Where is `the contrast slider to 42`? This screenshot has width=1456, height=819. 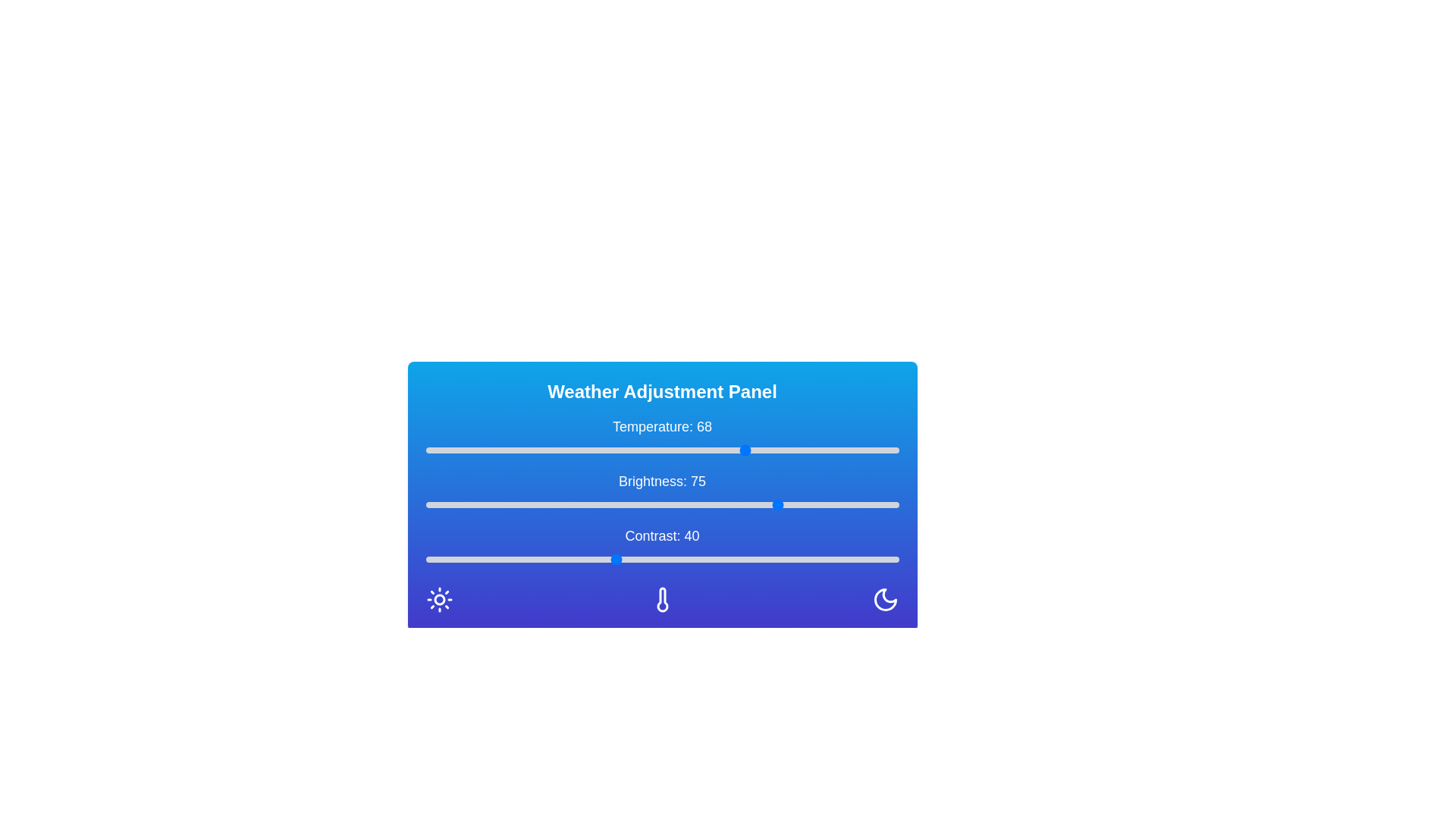 the contrast slider to 42 is located at coordinates (624, 559).